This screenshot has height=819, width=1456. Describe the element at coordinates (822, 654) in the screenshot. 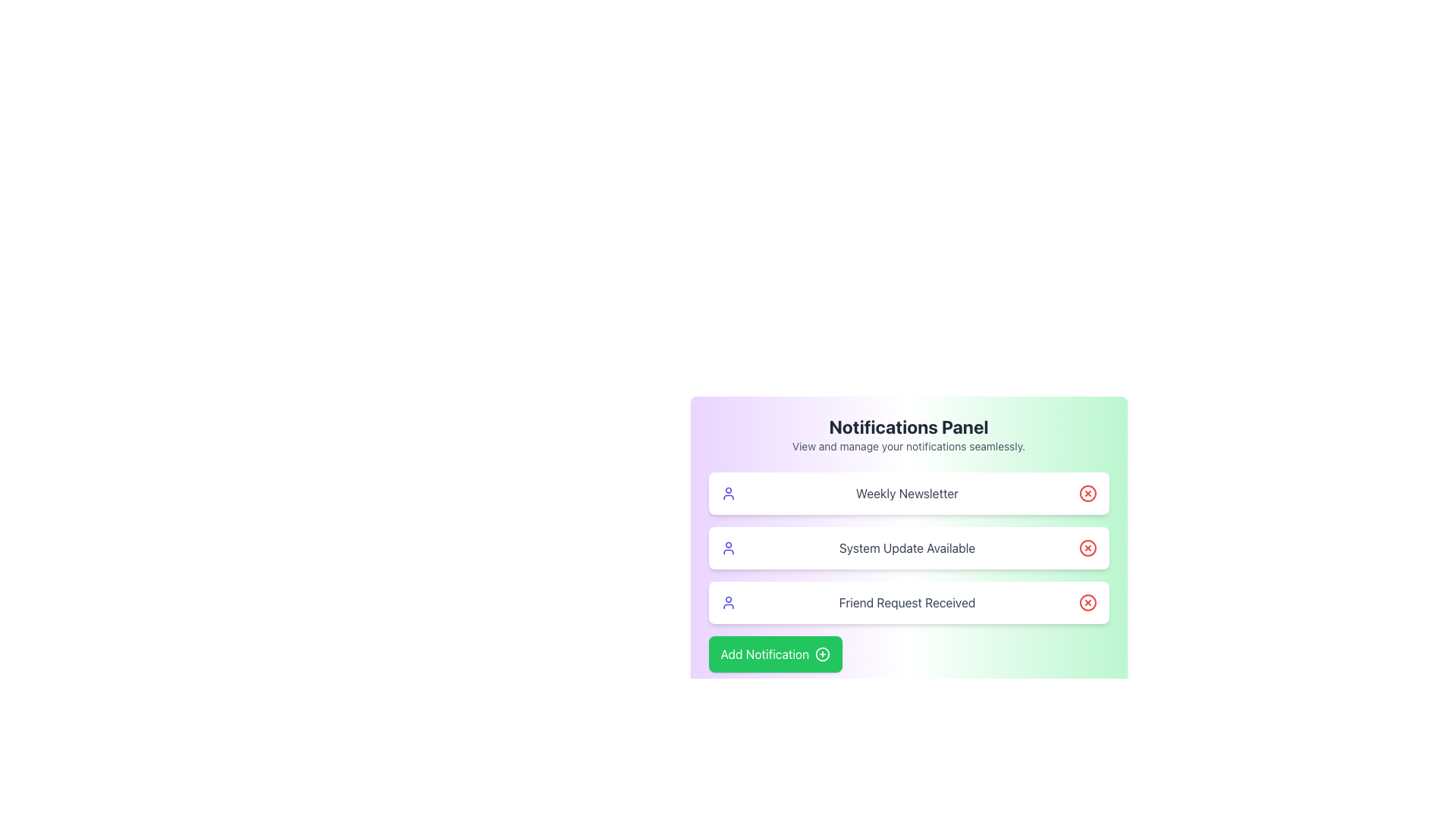

I see `the central circular shape of the '+' icon in the notification management panel, which is part of the 'Add Notification' button` at that location.